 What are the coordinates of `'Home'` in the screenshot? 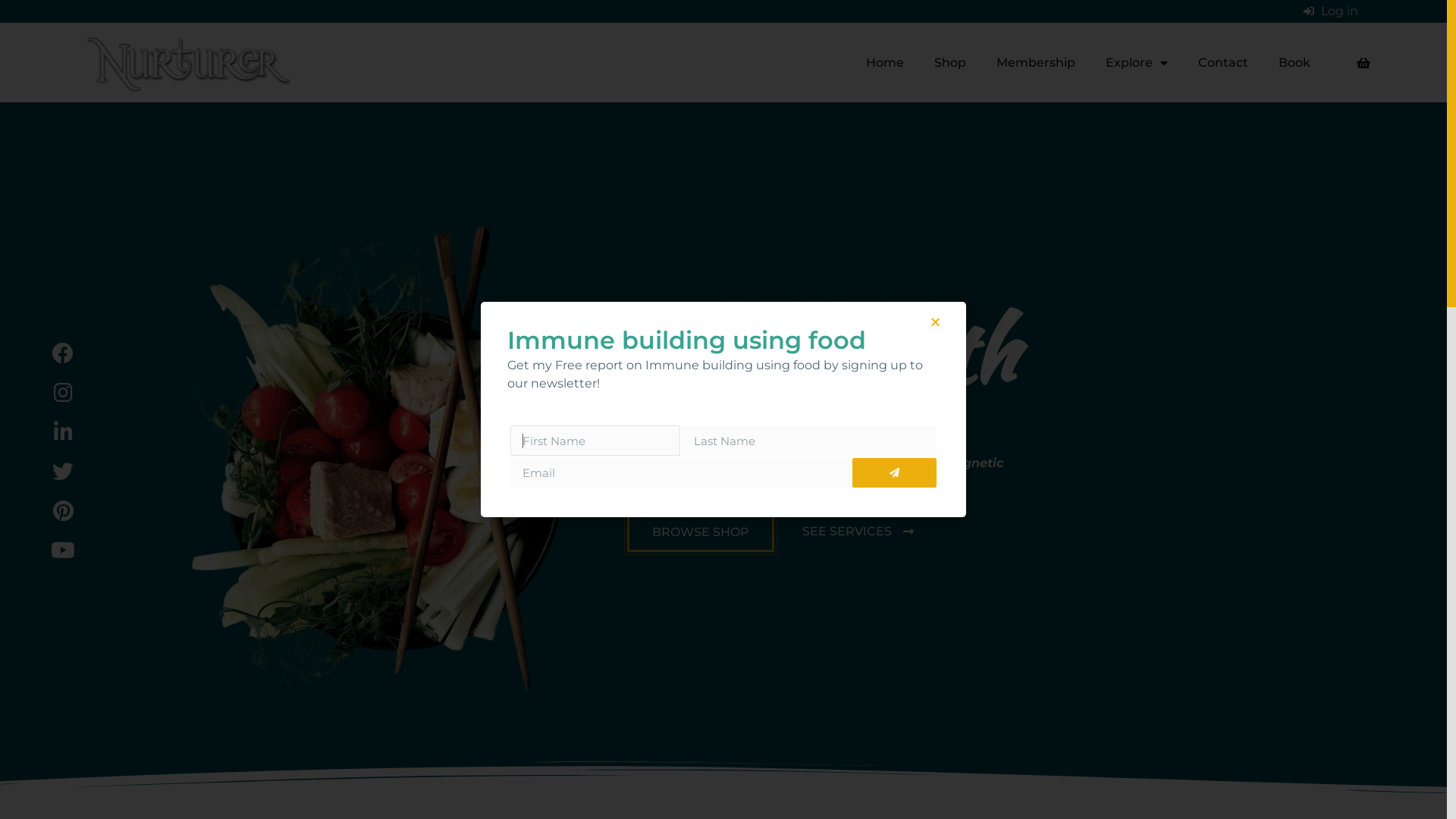 It's located at (884, 62).